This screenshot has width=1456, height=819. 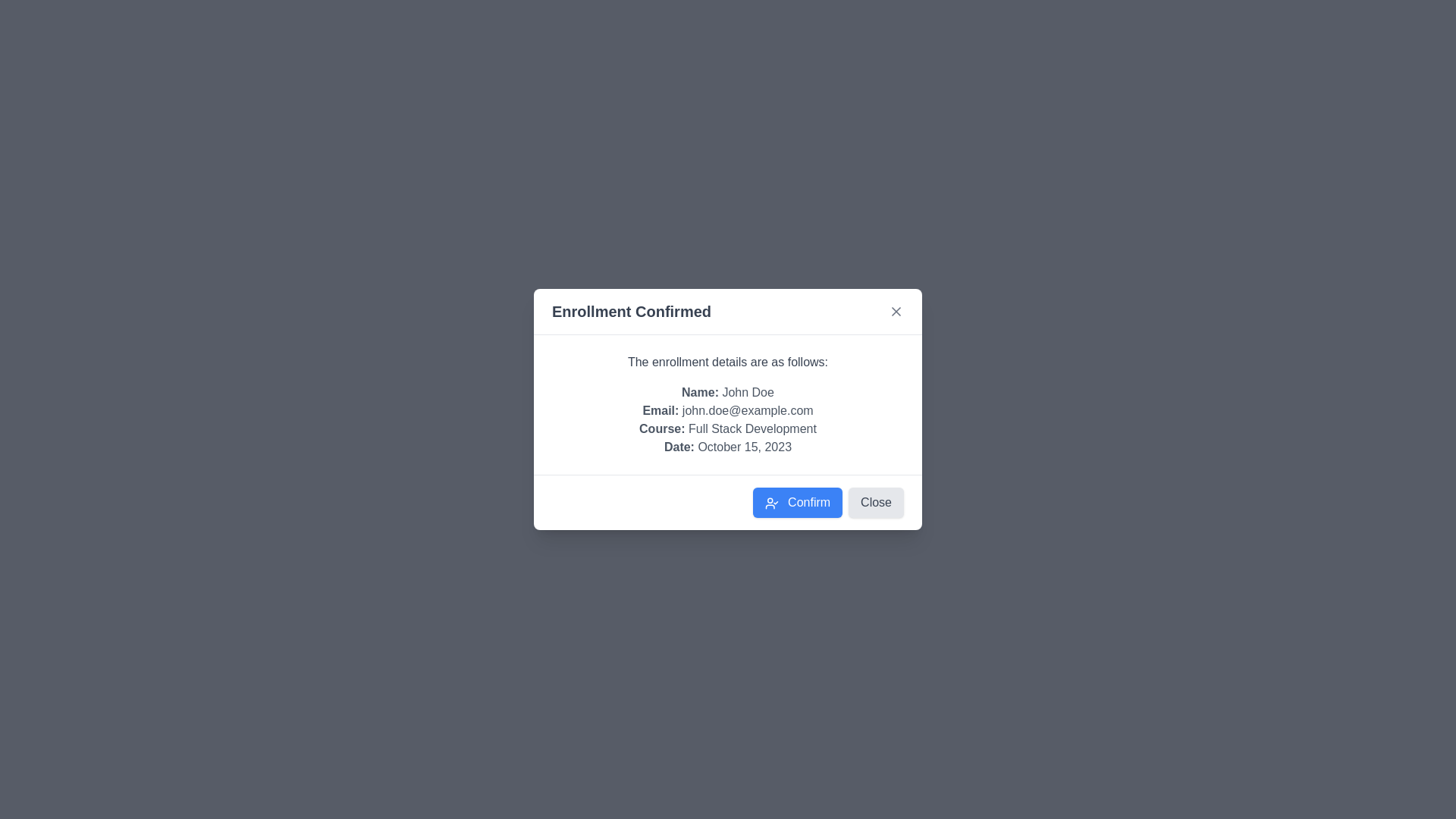 What do you see at coordinates (796, 503) in the screenshot?
I see `the 'Confirm' button to confirm the enrollment details` at bounding box center [796, 503].